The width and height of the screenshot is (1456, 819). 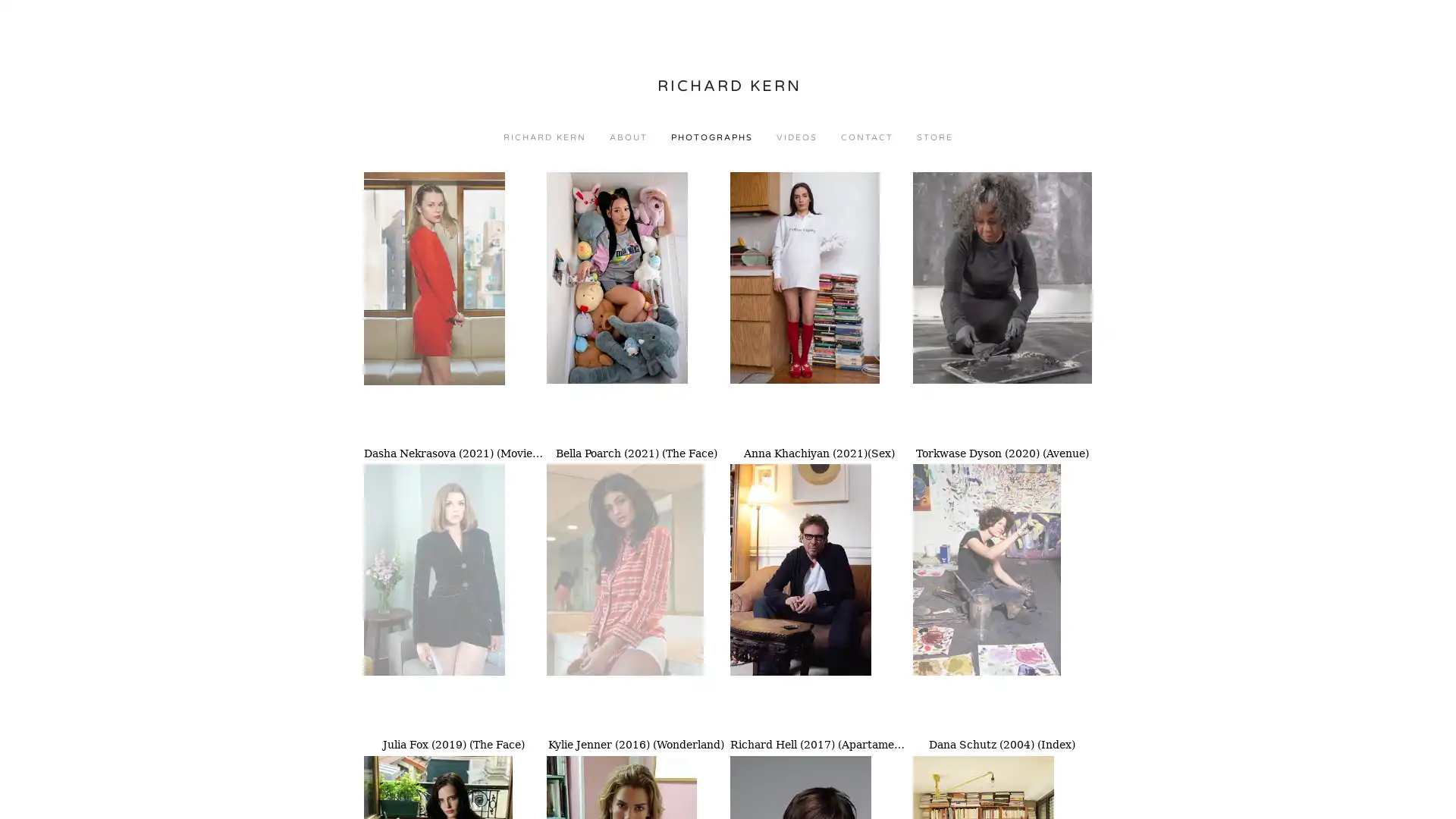 What do you see at coordinates (636, 597) in the screenshot?
I see `View fullsize Kylie Jenner (2016) (Wonderland)` at bounding box center [636, 597].